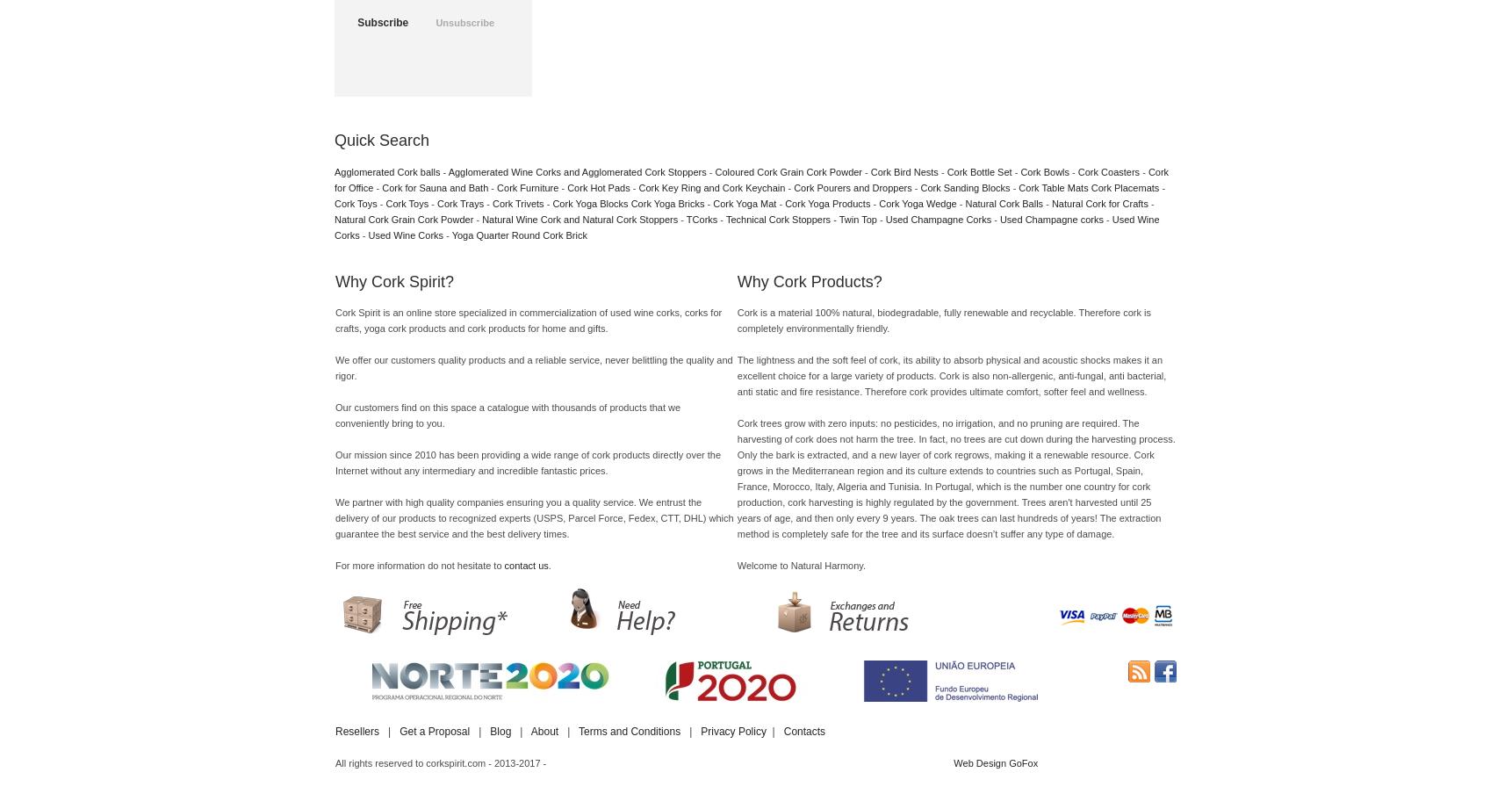 Image resolution: width=1512 pixels, height=787 pixels. Describe the element at coordinates (937, 218) in the screenshot. I see `'Used Champagne Corks'` at that location.